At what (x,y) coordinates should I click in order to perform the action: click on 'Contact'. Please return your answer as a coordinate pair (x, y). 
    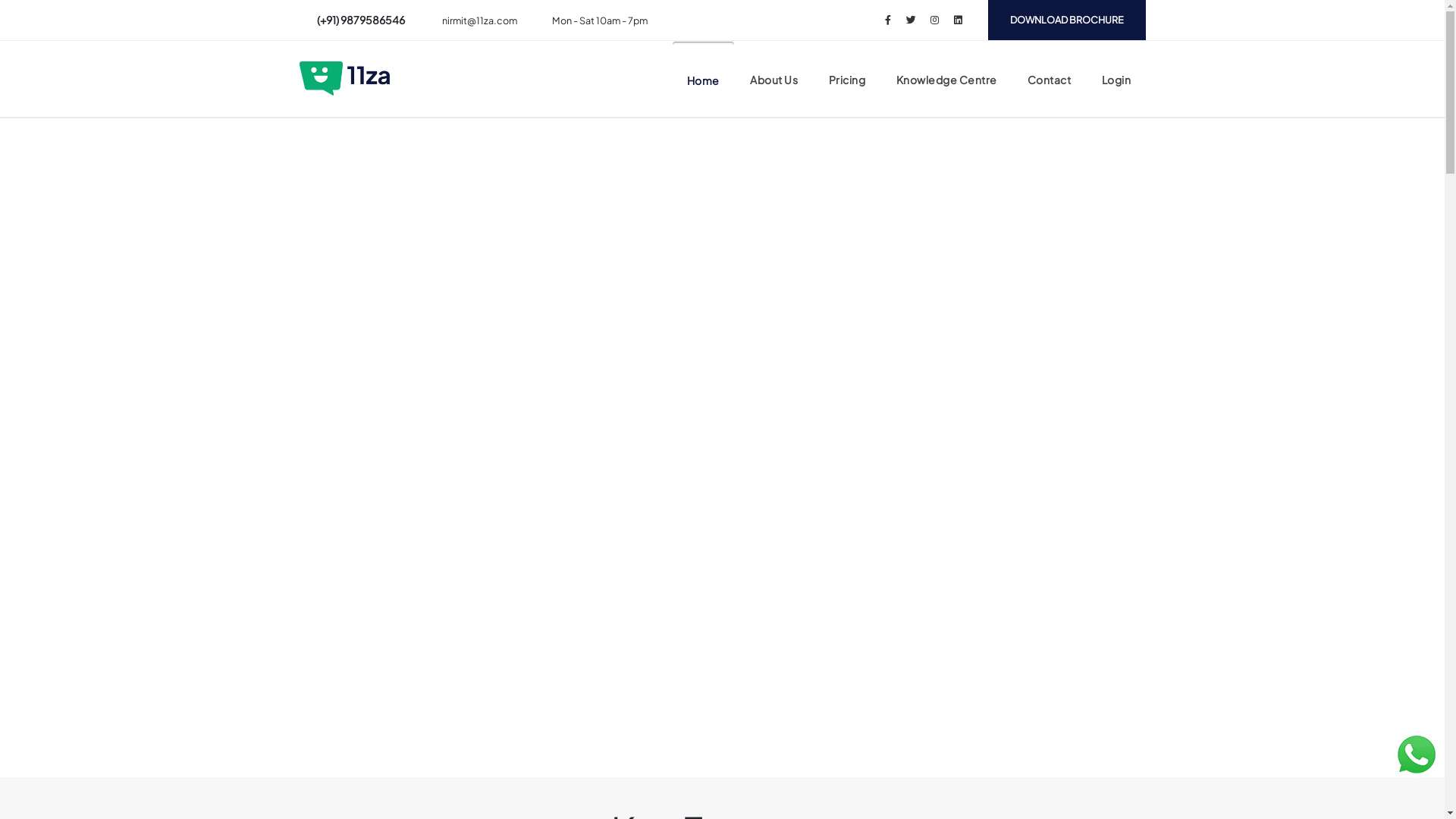
    Looking at the image, I should click on (1048, 79).